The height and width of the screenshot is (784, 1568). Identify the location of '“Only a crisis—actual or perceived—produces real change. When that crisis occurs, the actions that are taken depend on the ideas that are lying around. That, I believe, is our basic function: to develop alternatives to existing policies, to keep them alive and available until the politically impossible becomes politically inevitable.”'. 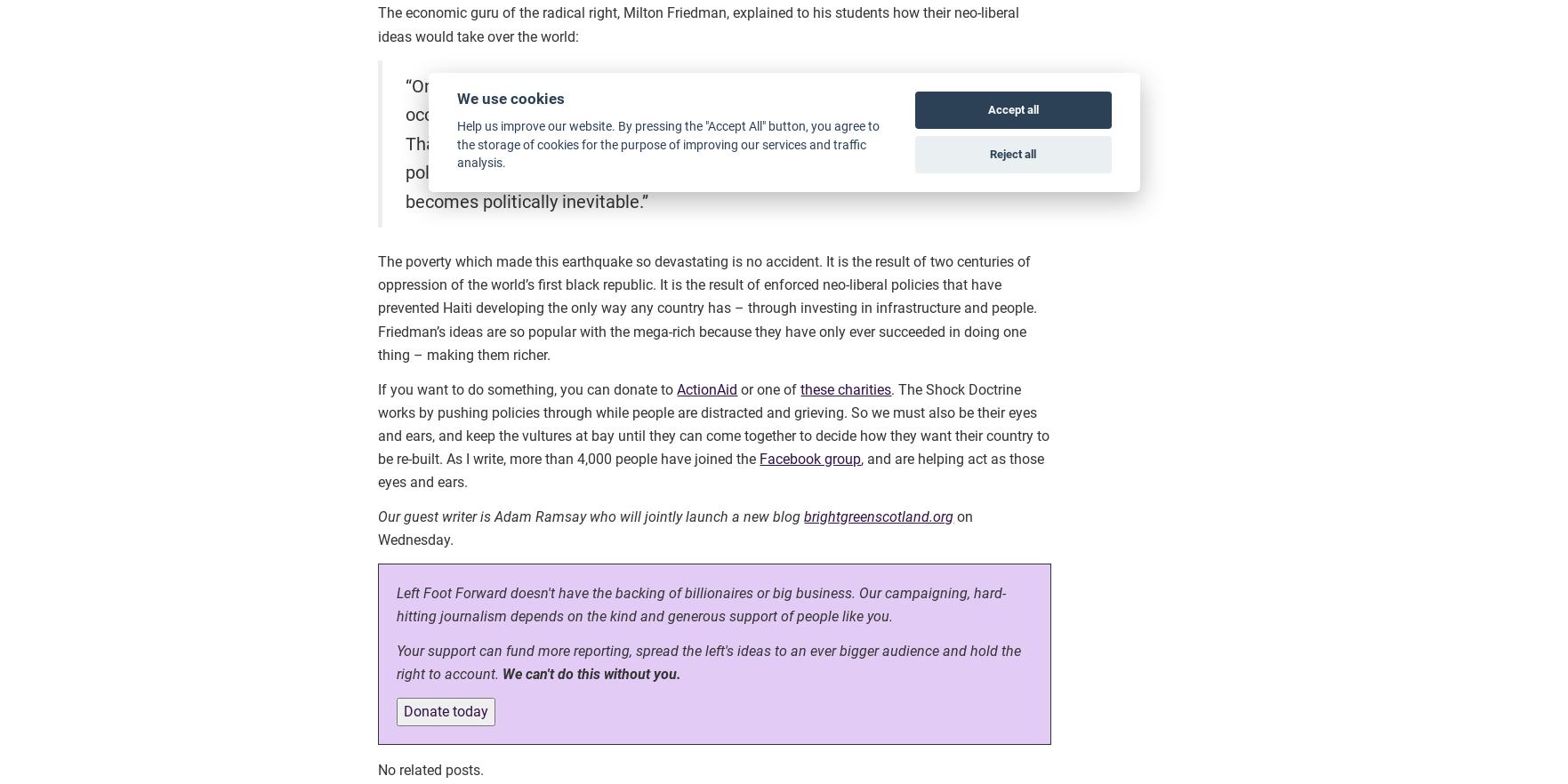
(705, 141).